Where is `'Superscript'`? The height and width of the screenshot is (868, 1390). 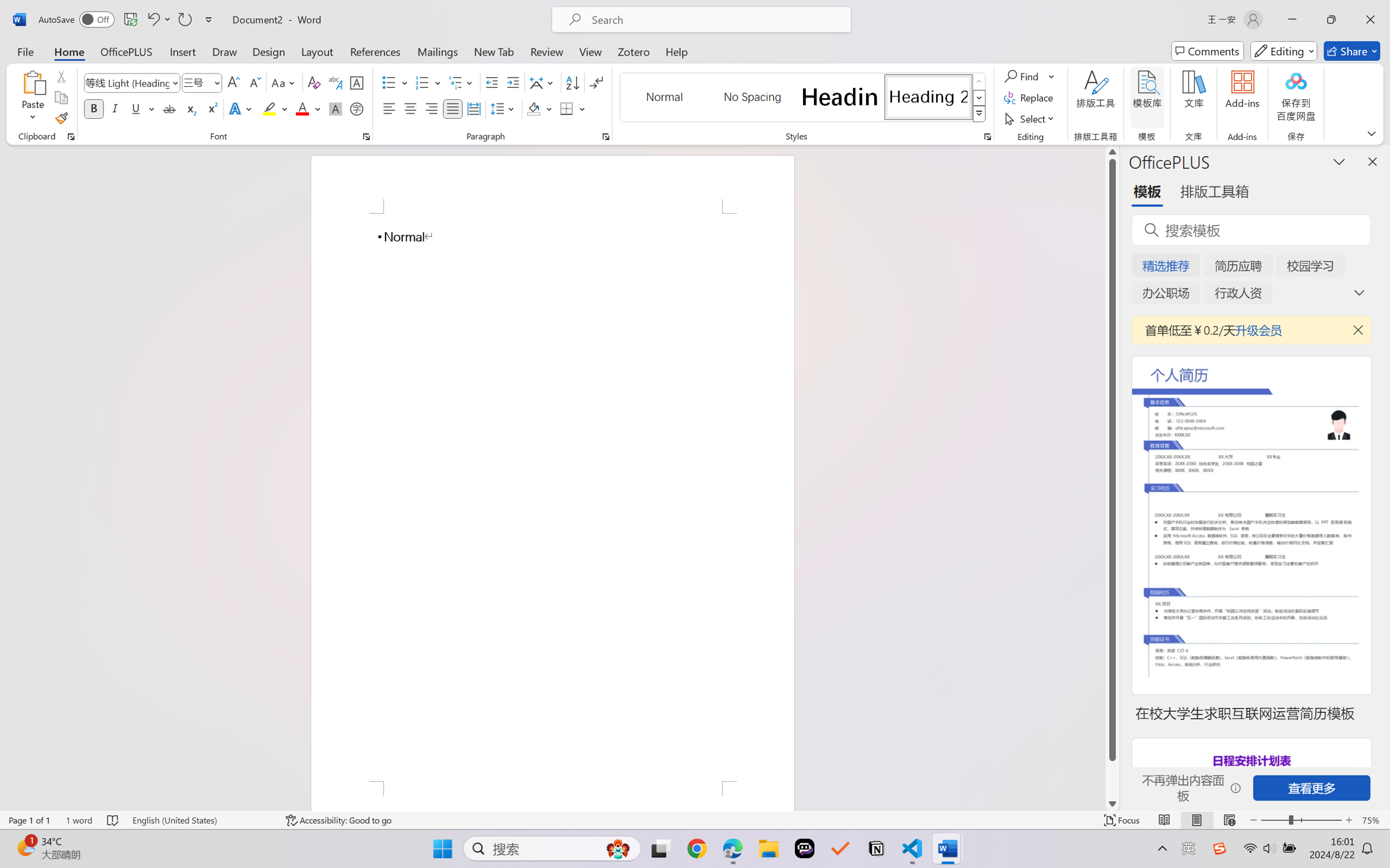
'Superscript' is located at coordinates (211, 108).